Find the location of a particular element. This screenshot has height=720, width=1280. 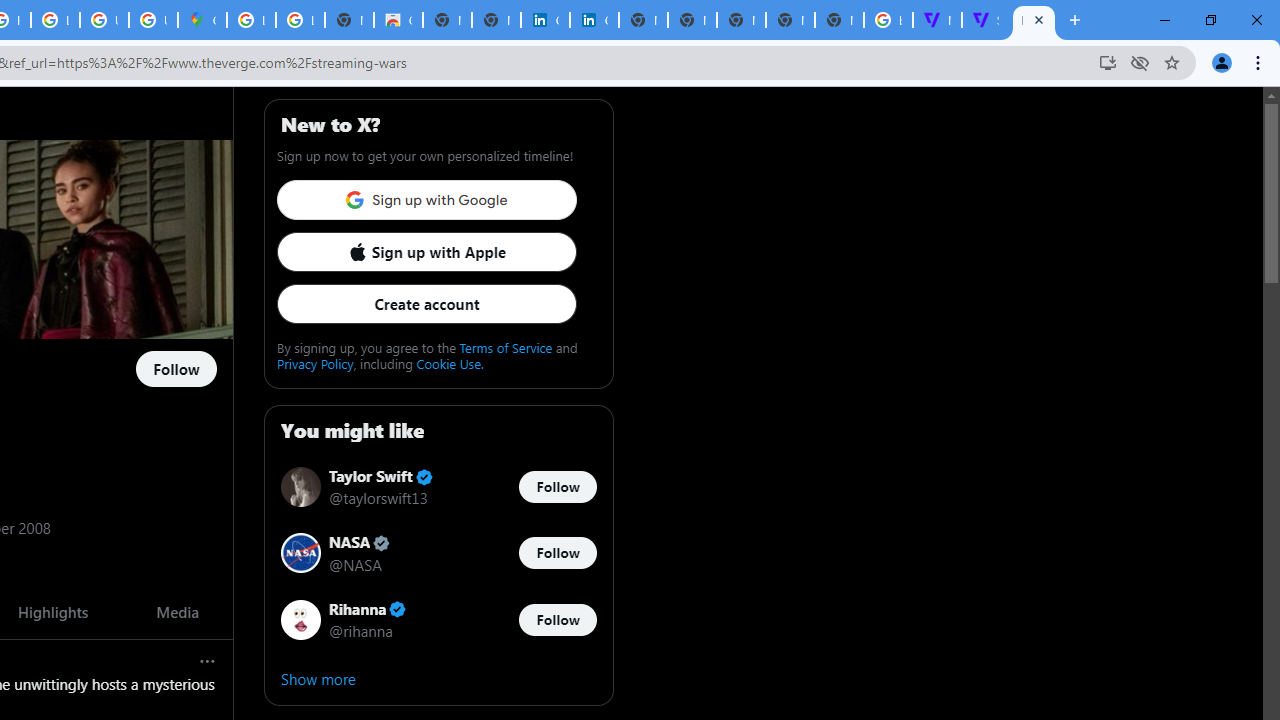

'Taylor Swift Verified account' is located at coordinates (381, 477).